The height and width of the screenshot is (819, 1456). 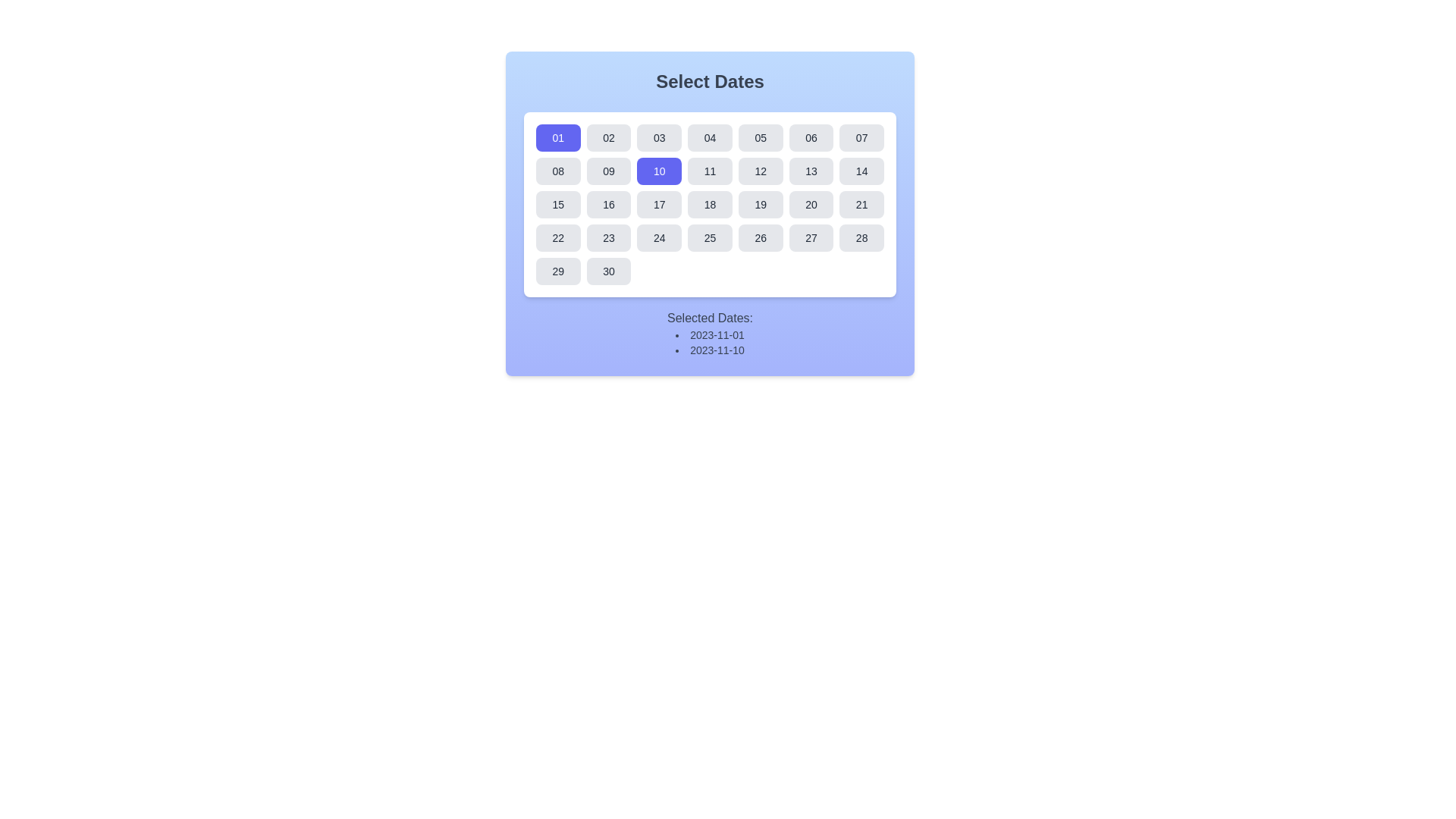 What do you see at coordinates (557, 237) in the screenshot?
I see `the button representing the 22nd date in the calendar interface located in the fourth row and first column of the grid layout` at bounding box center [557, 237].